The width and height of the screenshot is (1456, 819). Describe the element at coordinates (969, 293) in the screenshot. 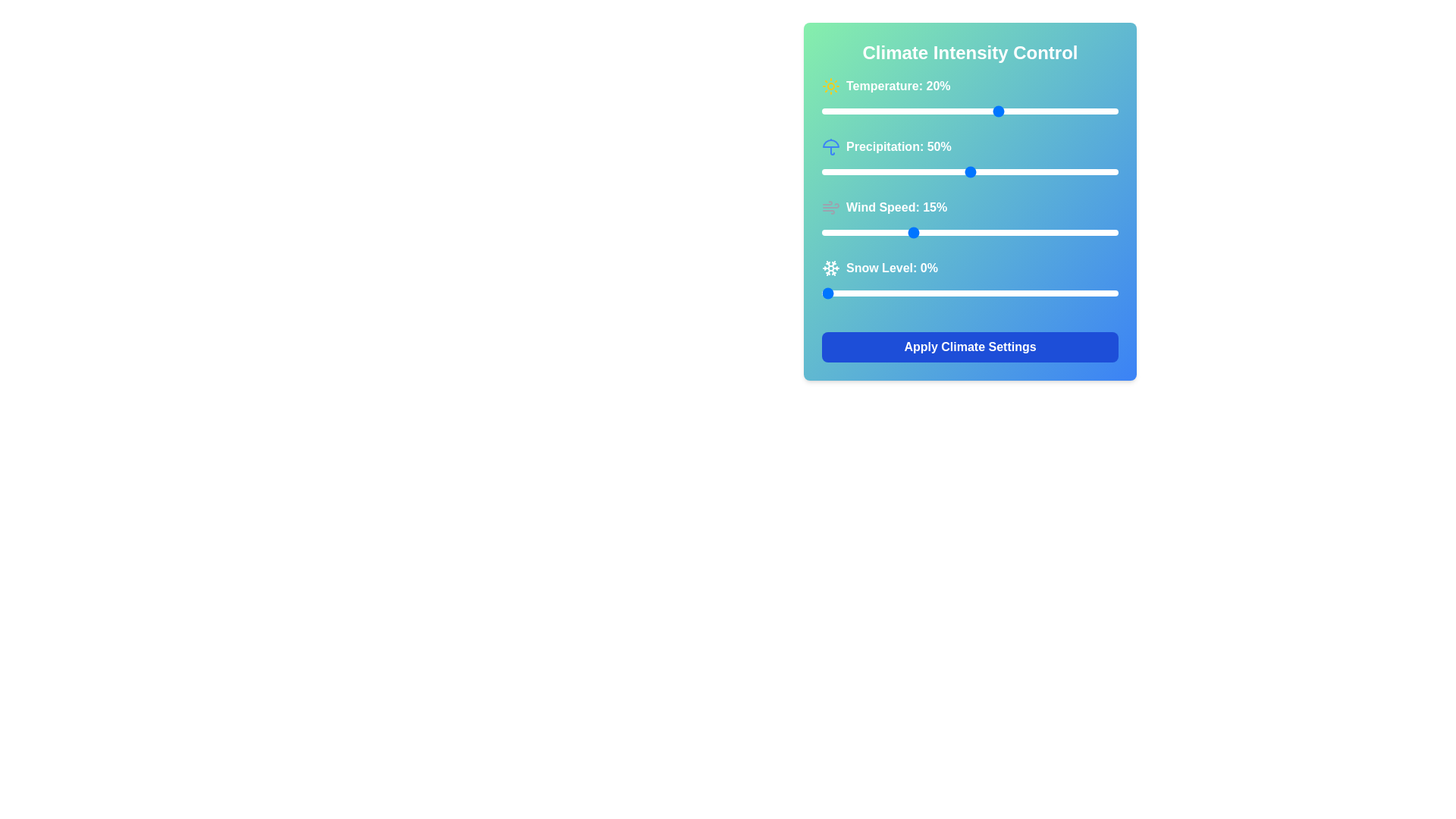

I see `the snow level range slider located under the 'Snow Level: 0%' label in the 'Climate Intensity Control' panel to move the slider thumb` at that location.